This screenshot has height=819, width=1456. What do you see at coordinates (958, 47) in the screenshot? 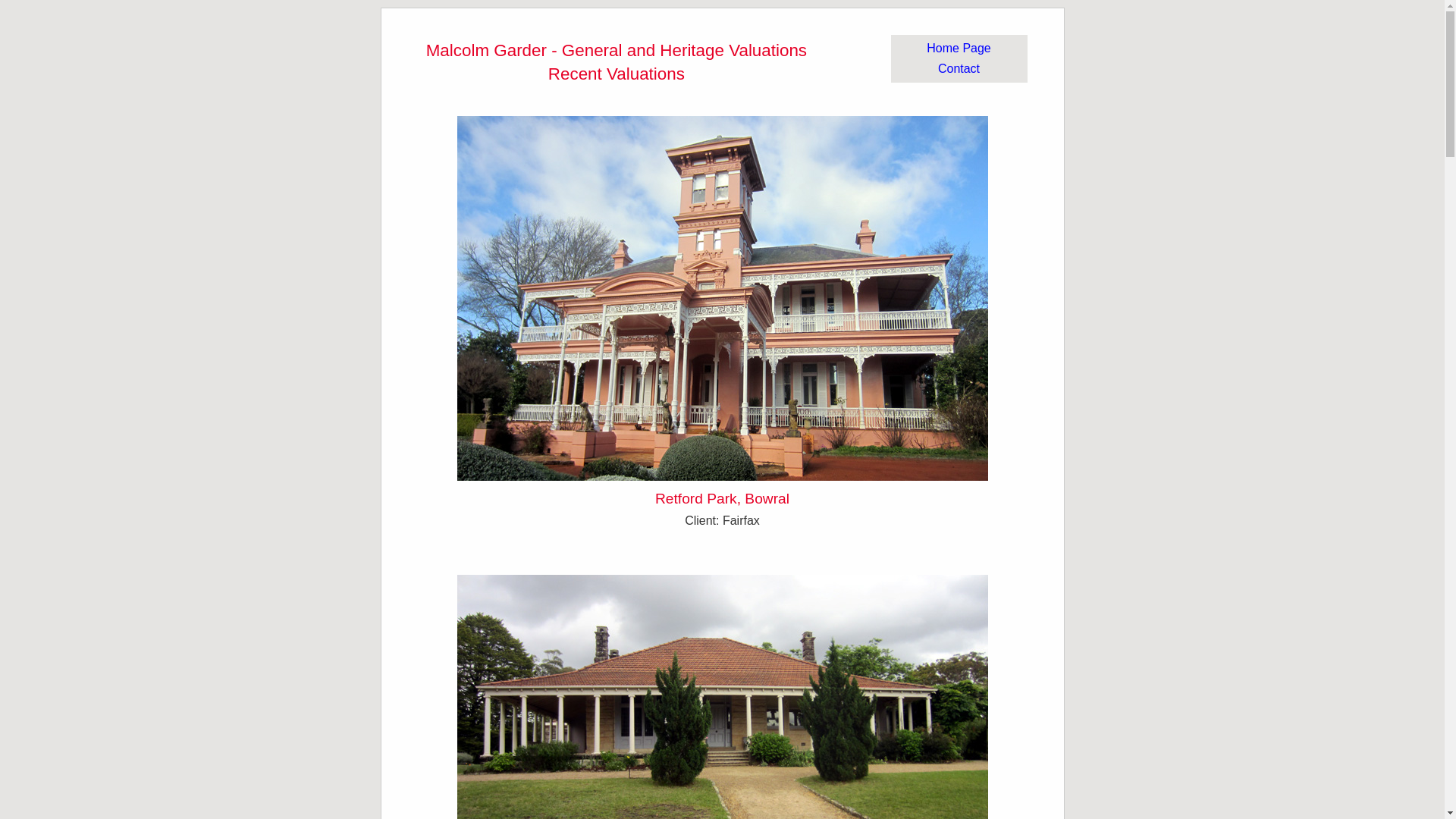
I see `'Home Page'` at bounding box center [958, 47].